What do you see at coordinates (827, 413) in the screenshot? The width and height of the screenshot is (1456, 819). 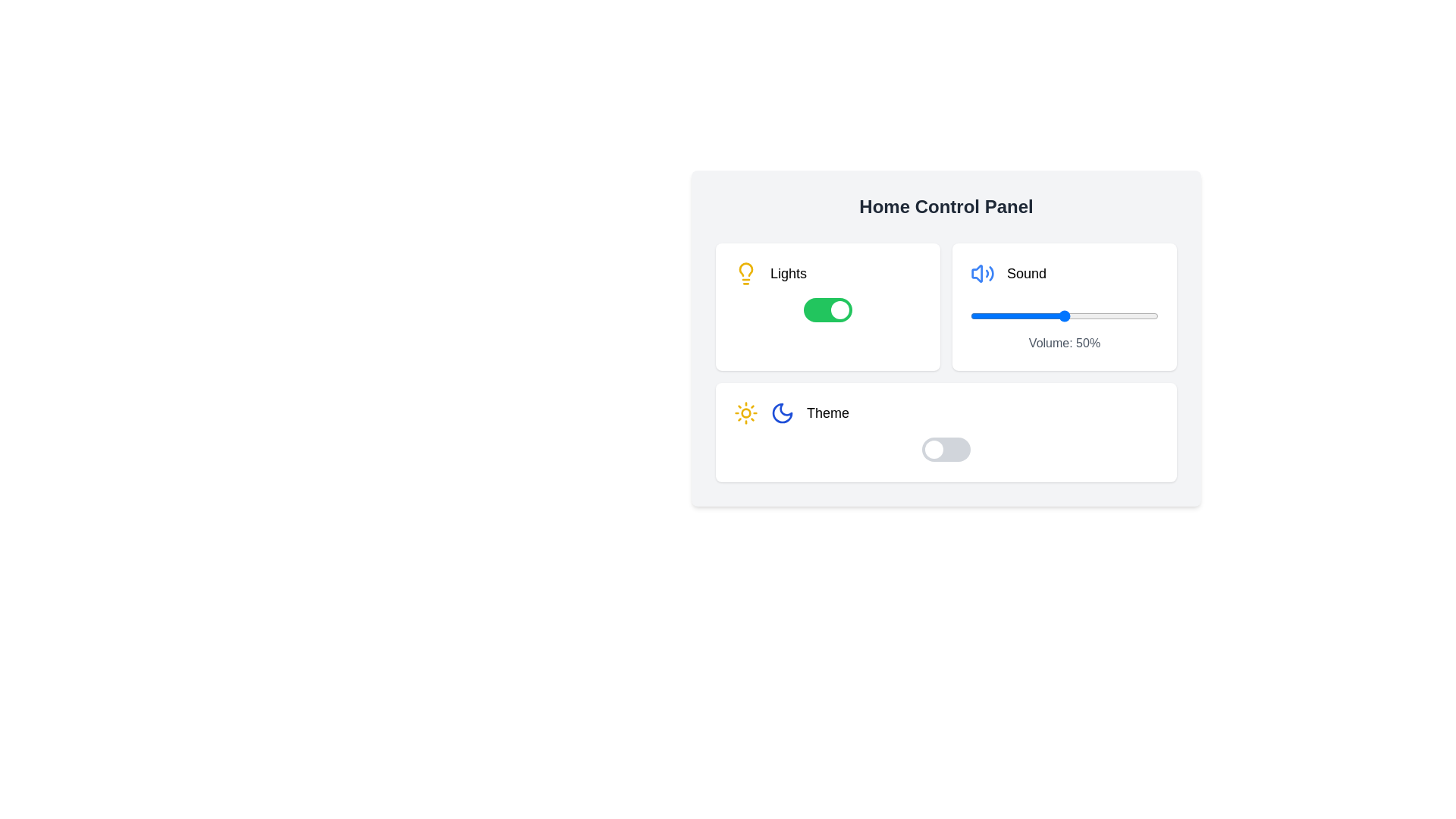 I see `the 'Theme' text label, which is displayed in medium font size and positioned between a sun icon and a toggle switch, below the main control panels for 'Lights' and 'Sound.'` at bounding box center [827, 413].